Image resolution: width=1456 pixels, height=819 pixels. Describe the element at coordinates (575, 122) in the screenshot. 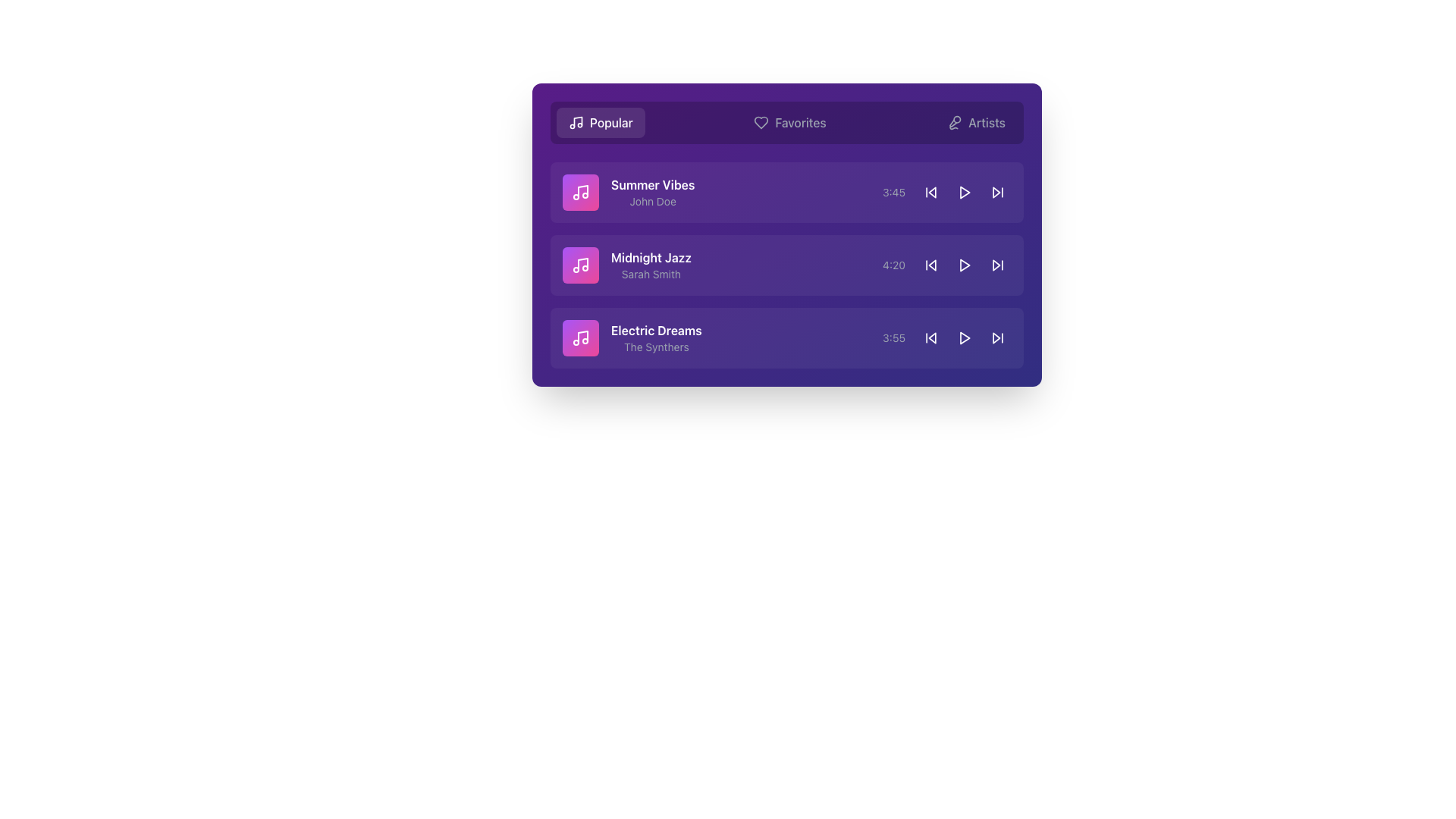

I see `the musical note icon located in the 'Popular' button at the top left corner of the interface, before the text label 'Popular'` at that location.